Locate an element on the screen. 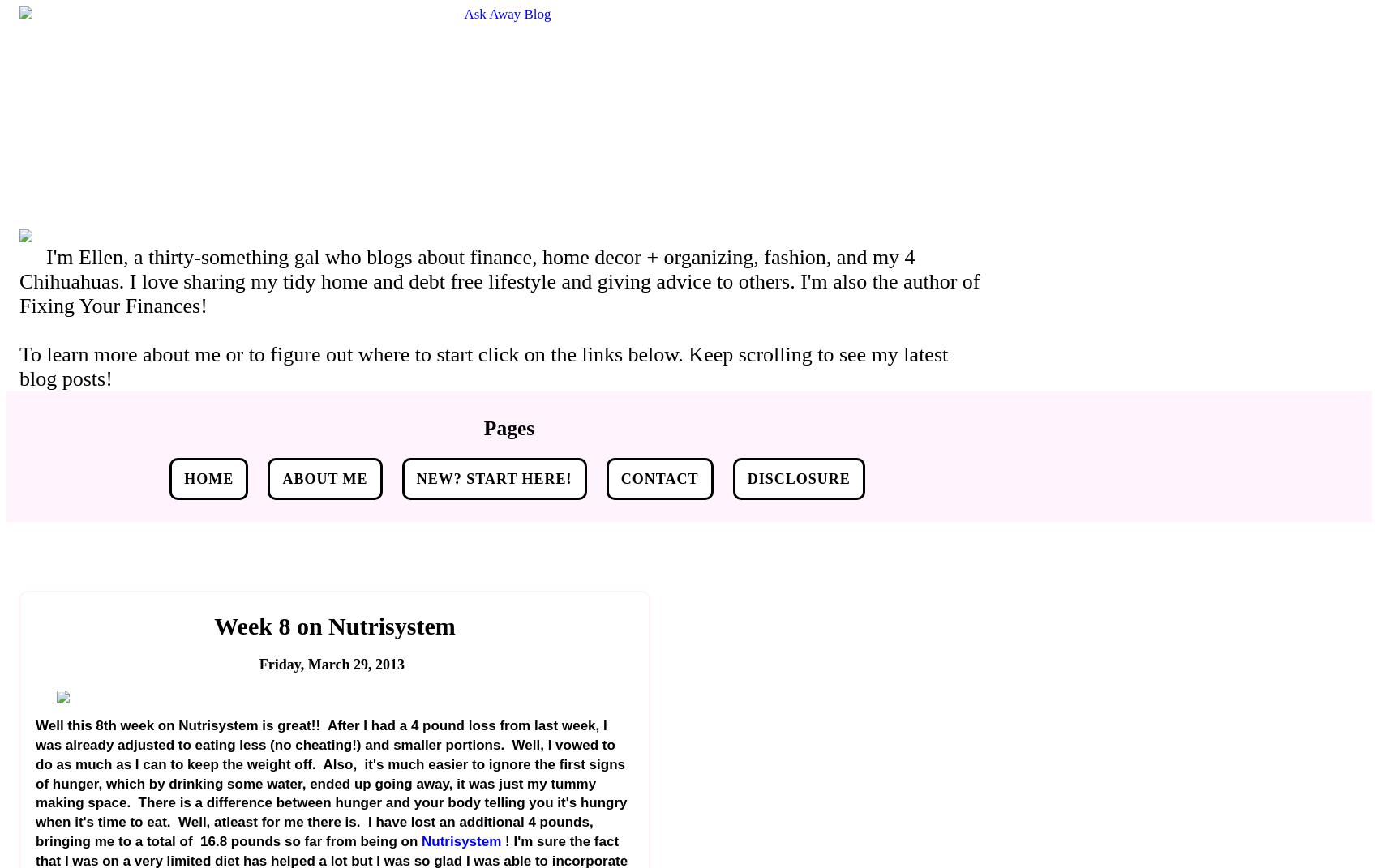 The height and width of the screenshot is (868, 1385). 'Pages' is located at coordinates (508, 427).